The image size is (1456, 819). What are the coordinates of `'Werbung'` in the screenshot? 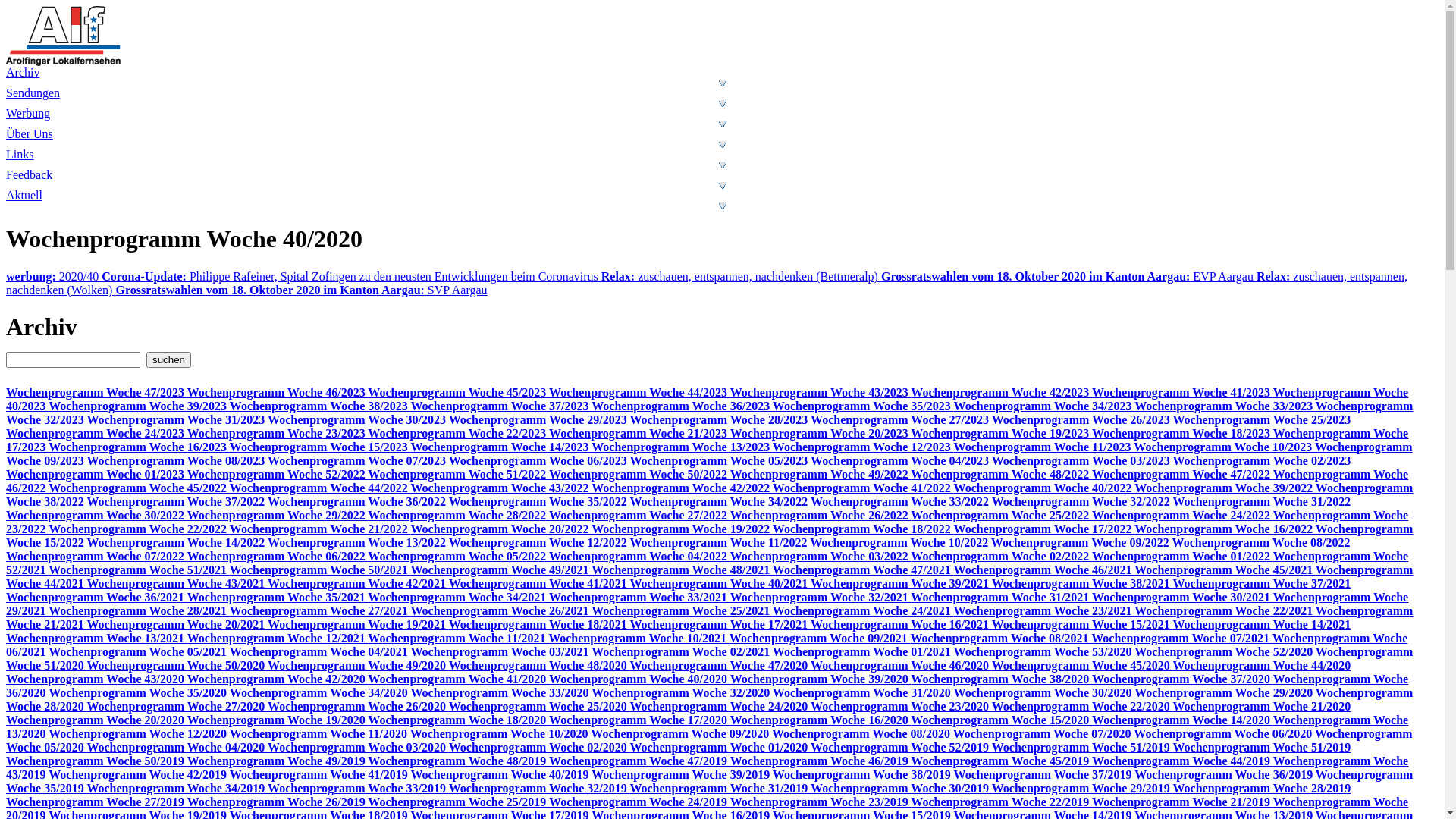 It's located at (6, 122).